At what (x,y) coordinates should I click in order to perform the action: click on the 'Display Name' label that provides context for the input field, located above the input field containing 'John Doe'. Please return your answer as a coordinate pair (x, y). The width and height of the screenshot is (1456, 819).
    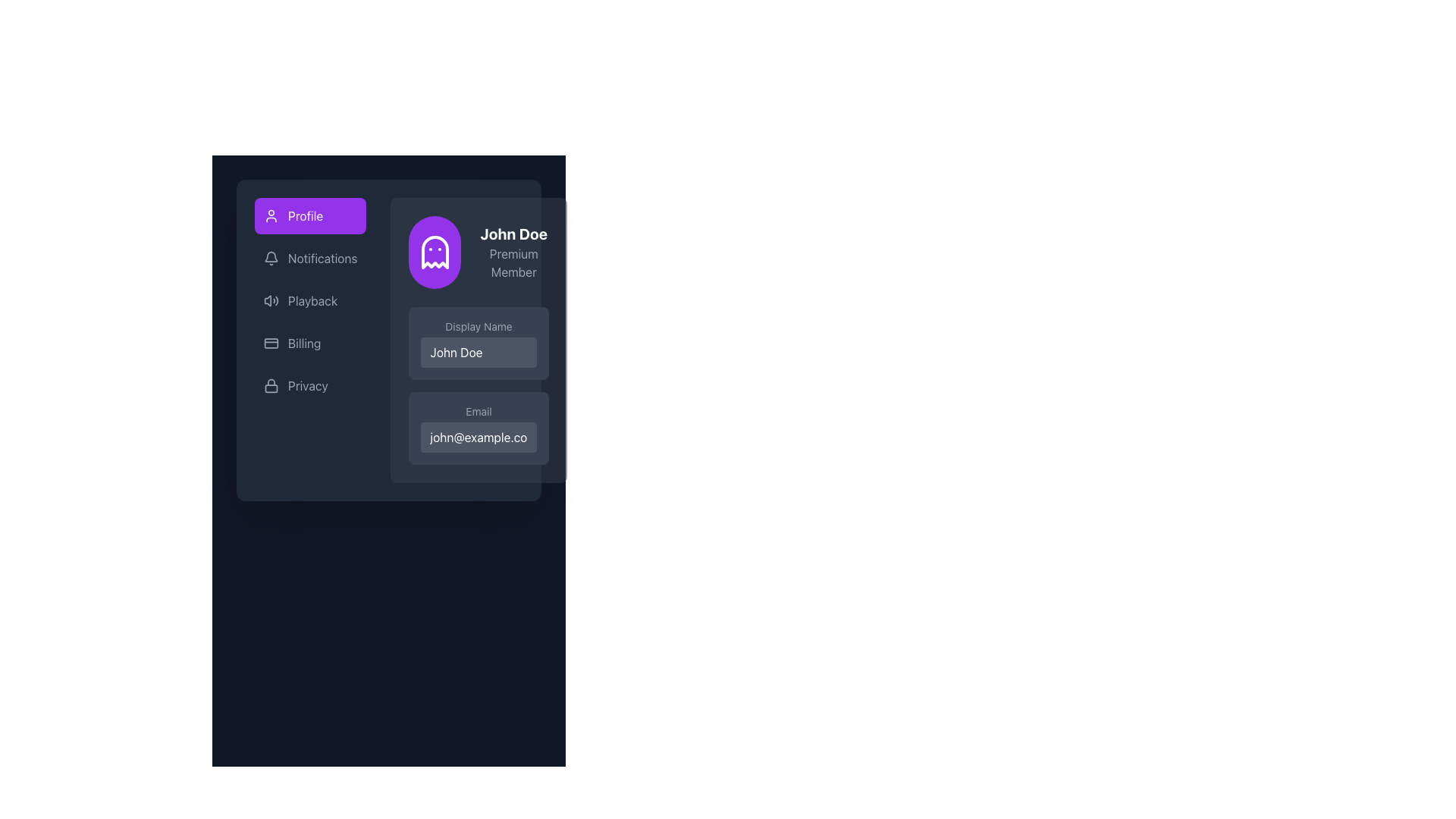
    Looking at the image, I should click on (478, 326).